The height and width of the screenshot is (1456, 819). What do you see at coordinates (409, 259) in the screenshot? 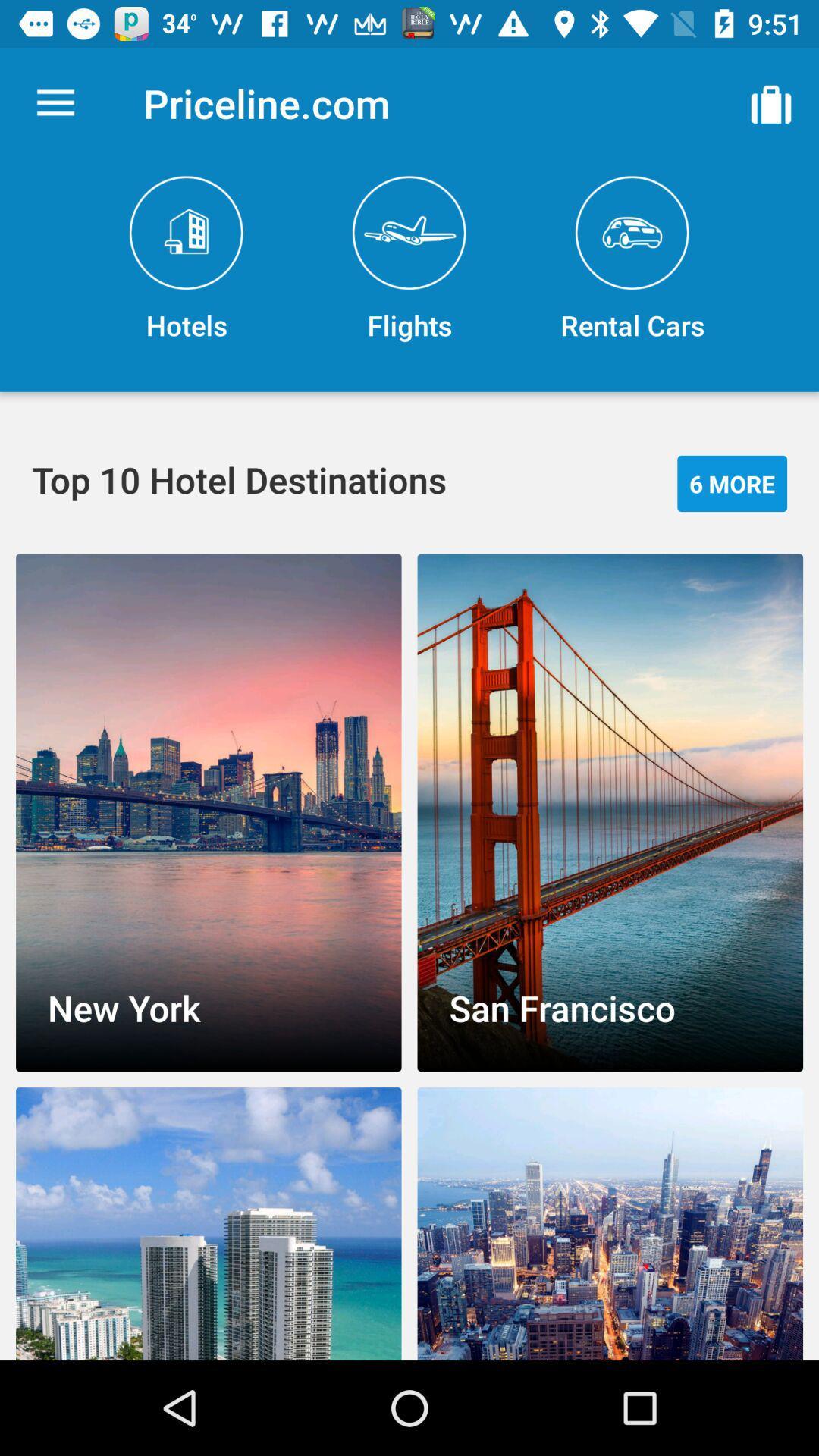
I see `the item next to the rental cars` at bounding box center [409, 259].